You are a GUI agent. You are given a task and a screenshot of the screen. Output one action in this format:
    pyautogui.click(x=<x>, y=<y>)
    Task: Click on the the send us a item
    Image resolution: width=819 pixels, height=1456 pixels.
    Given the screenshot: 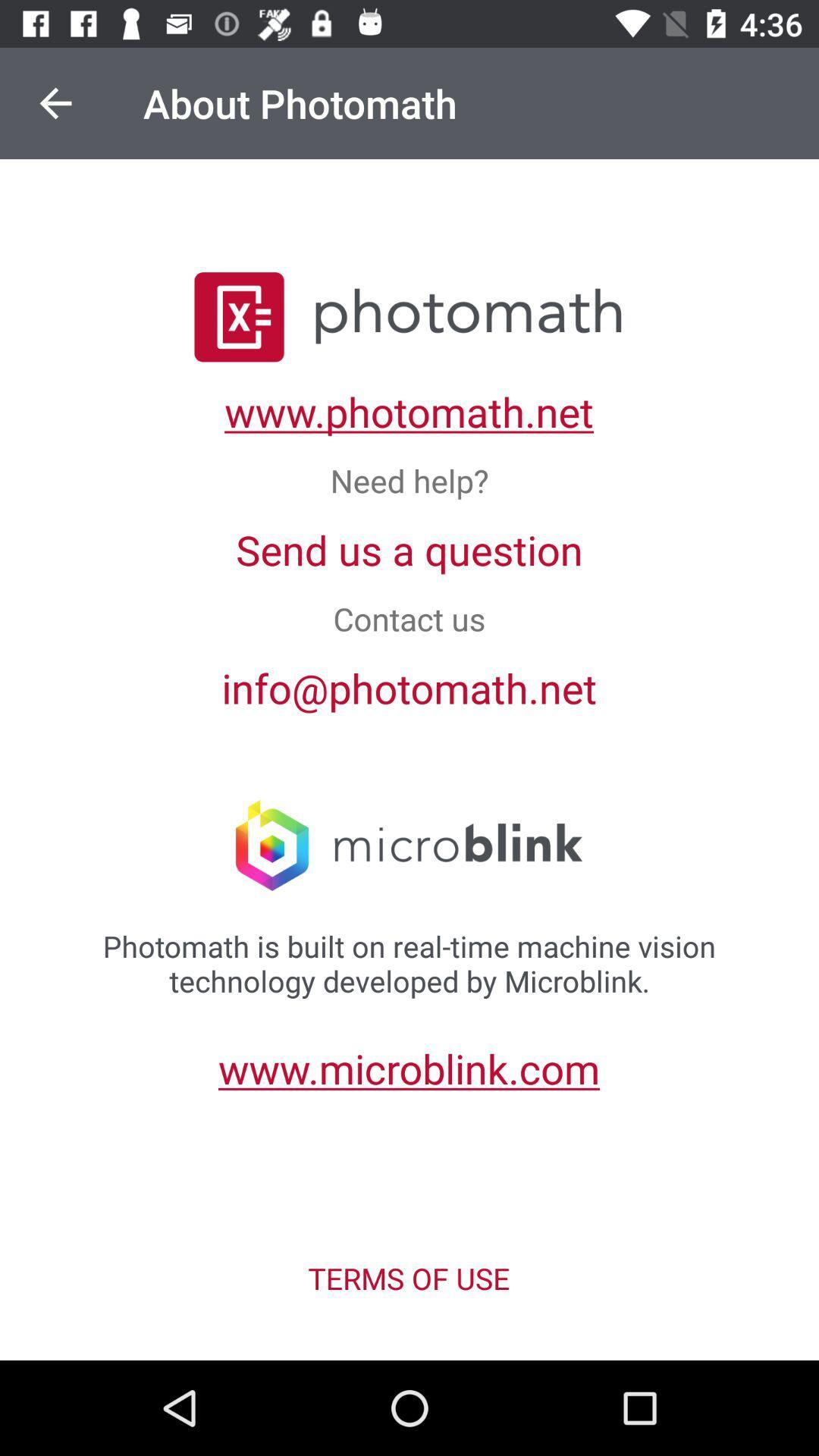 What is the action you would take?
    pyautogui.click(x=409, y=548)
    